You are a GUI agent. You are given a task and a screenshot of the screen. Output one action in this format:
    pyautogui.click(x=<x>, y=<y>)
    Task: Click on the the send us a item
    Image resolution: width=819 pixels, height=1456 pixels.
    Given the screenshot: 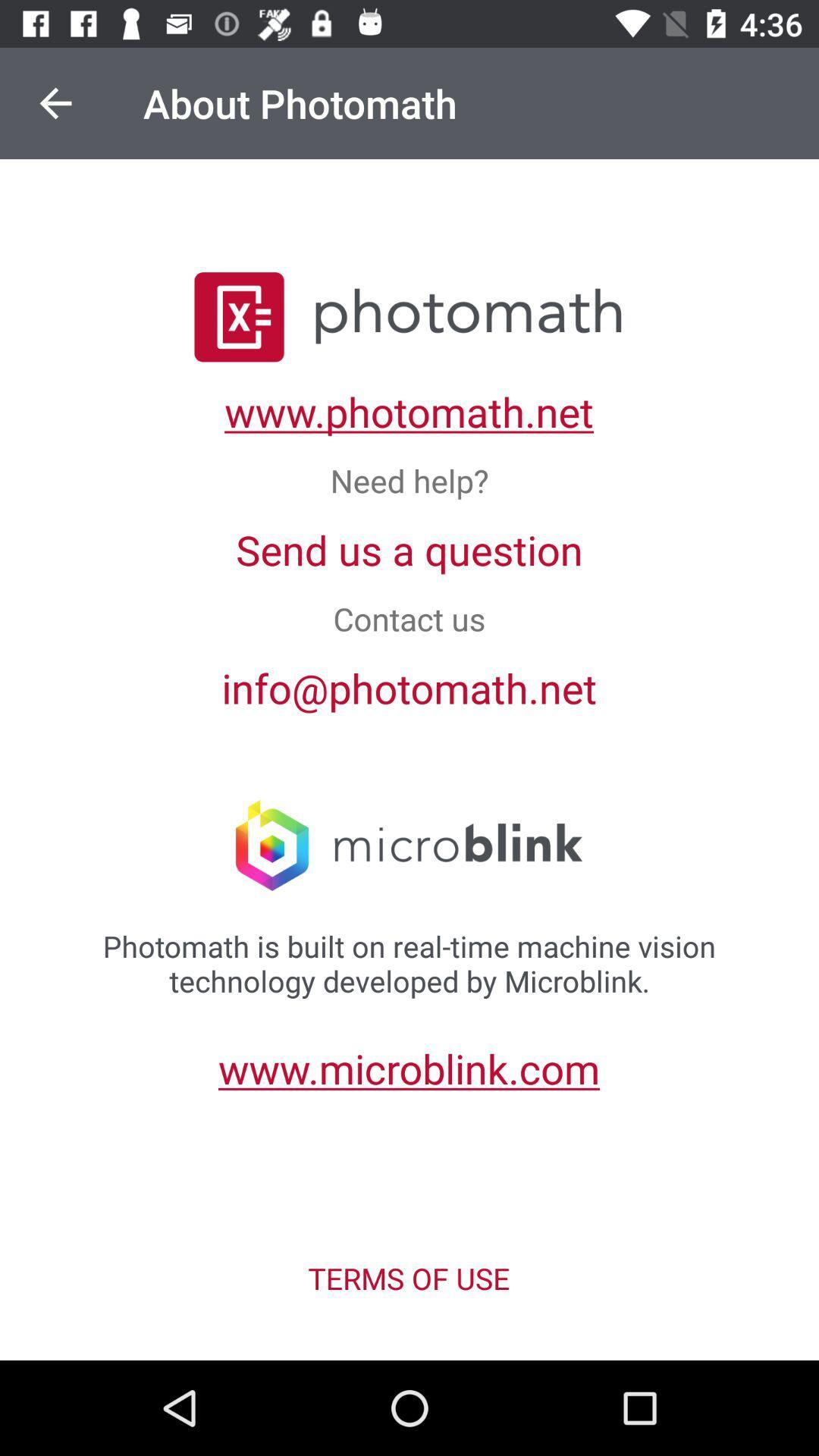 What is the action you would take?
    pyautogui.click(x=409, y=548)
    